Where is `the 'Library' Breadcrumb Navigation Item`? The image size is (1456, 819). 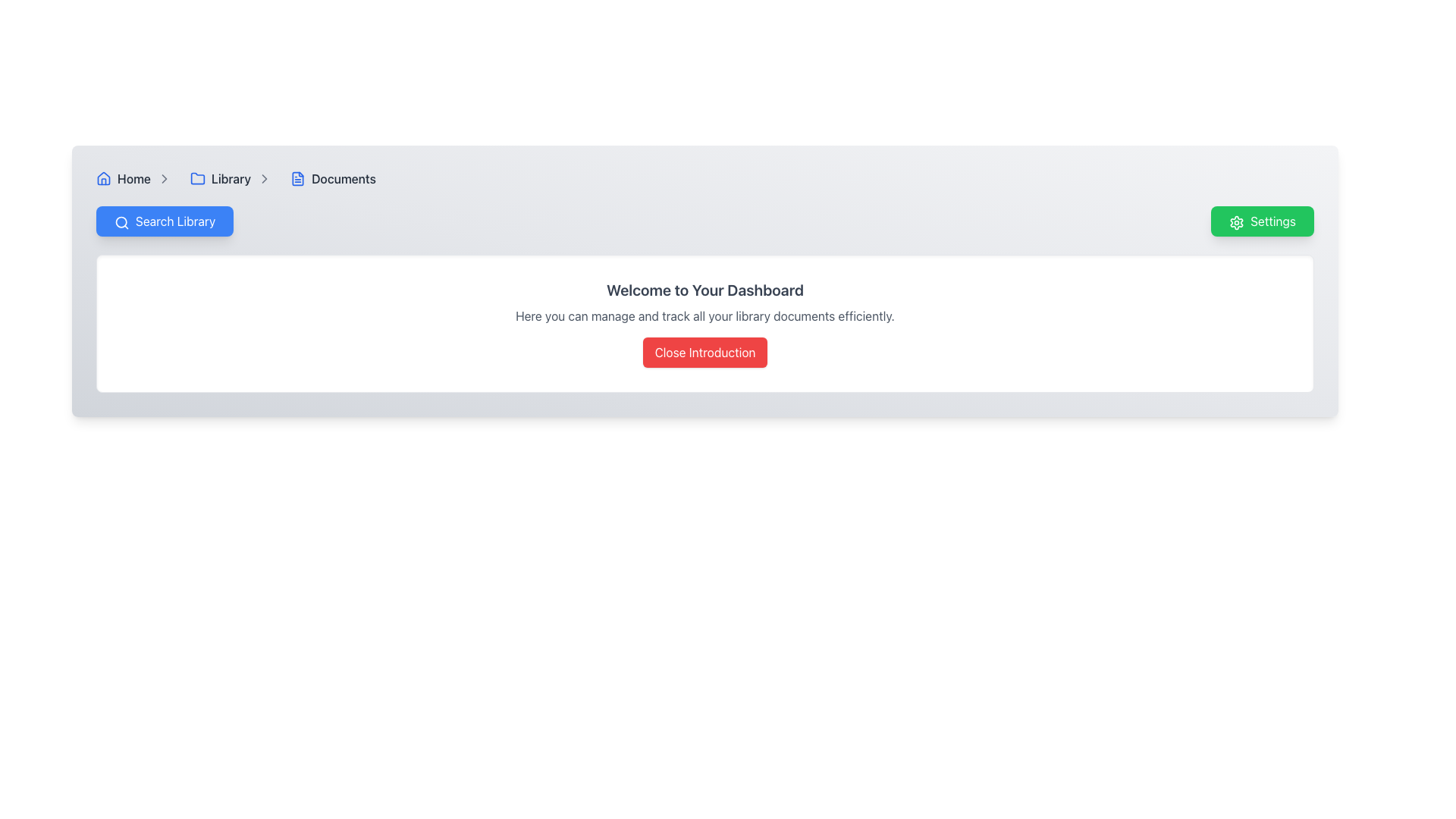 the 'Library' Breadcrumb Navigation Item is located at coordinates (234, 177).